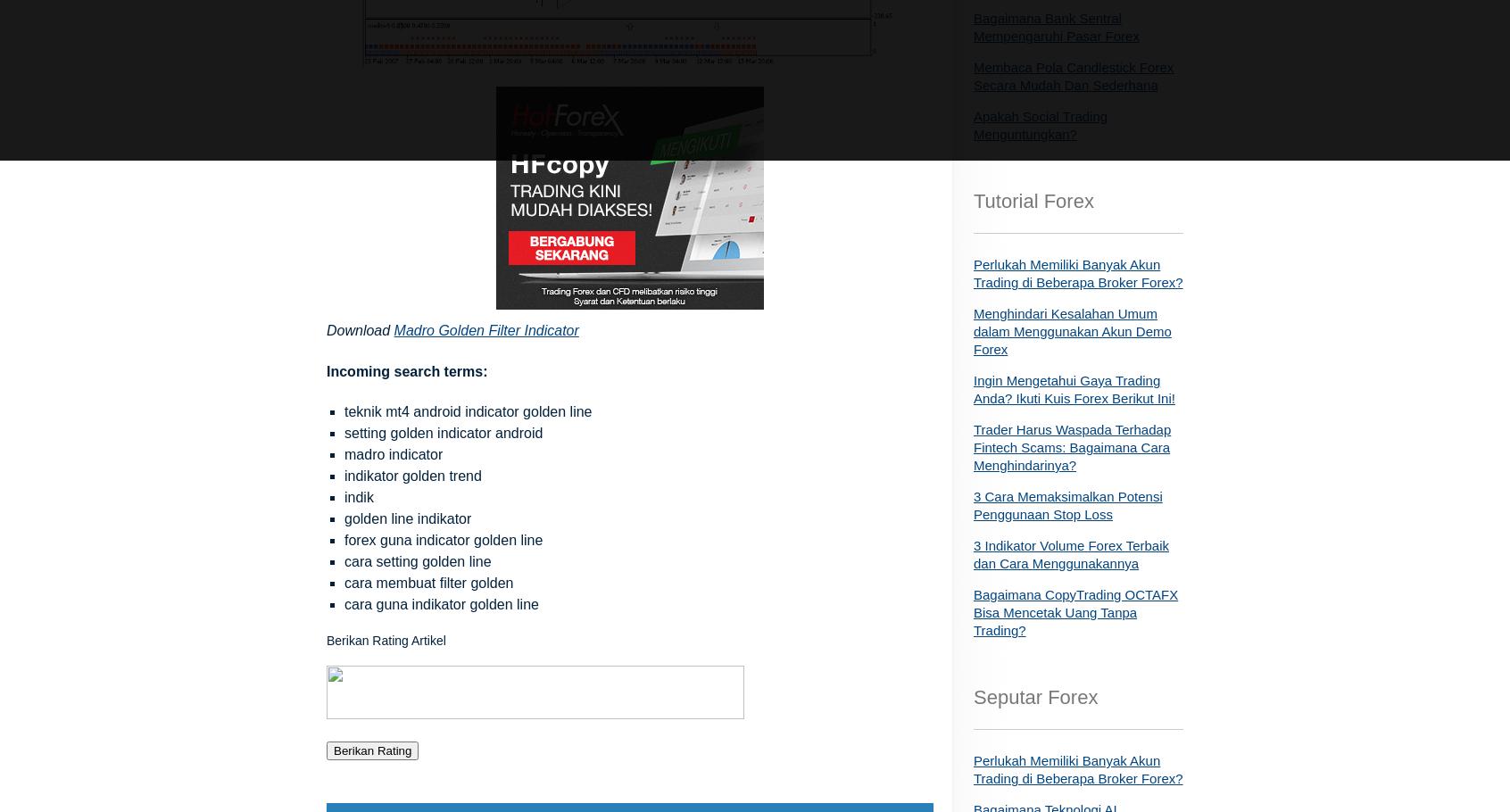 This screenshot has height=812, width=1510. What do you see at coordinates (407, 518) in the screenshot?
I see `'golden line indikator'` at bounding box center [407, 518].